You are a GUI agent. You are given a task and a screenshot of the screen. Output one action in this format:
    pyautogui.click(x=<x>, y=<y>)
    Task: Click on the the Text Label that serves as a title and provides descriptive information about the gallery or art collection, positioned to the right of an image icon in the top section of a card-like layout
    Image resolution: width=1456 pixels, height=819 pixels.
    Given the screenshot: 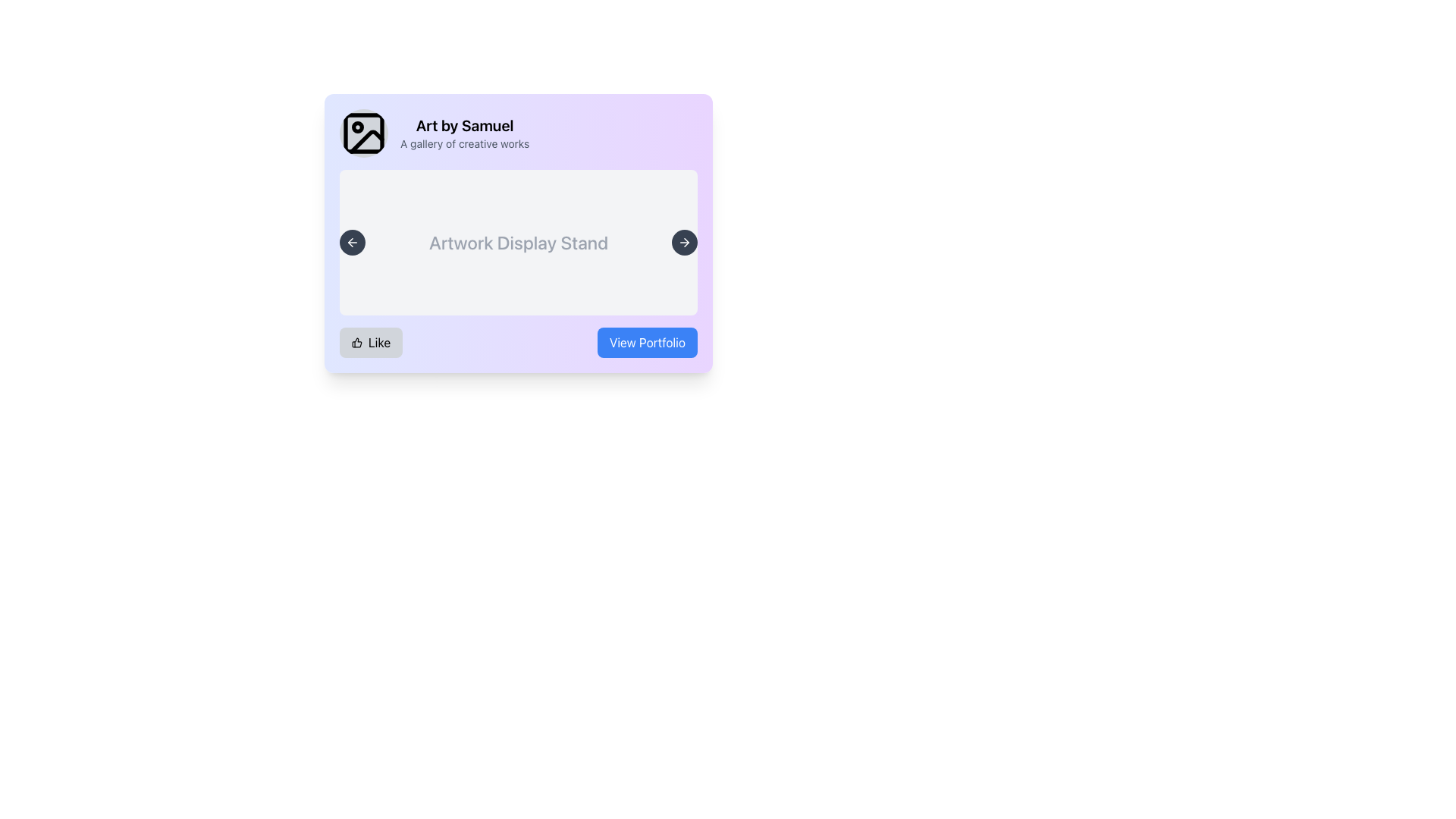 What is the action you would take?
    pyautogui.click(x=519, y=133)
    